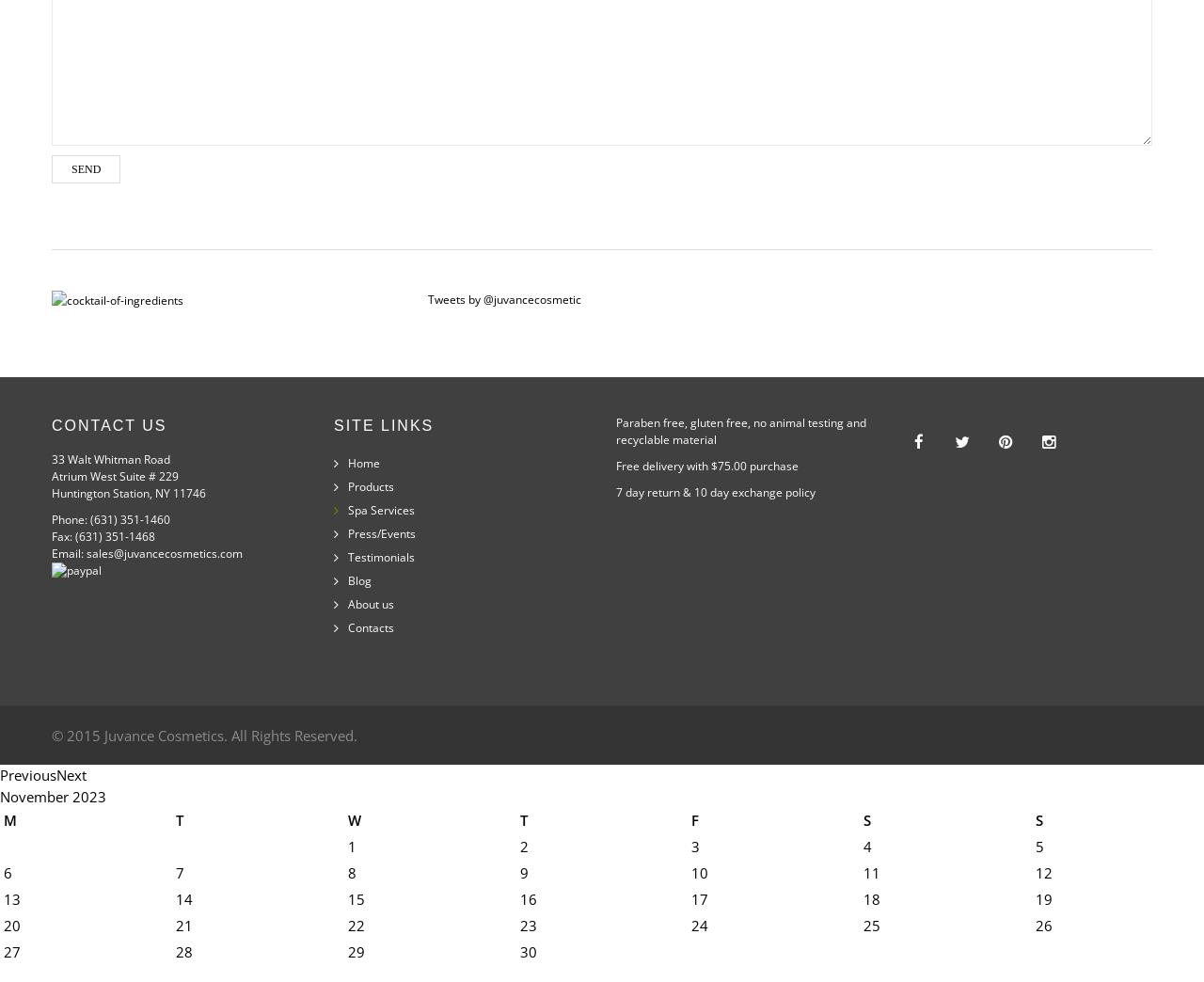 The width and height of the screenshot is (1204, 982). Describe the element at coordinates (380, 508) in the screenshot. I see `'Spa Services'` at that location.